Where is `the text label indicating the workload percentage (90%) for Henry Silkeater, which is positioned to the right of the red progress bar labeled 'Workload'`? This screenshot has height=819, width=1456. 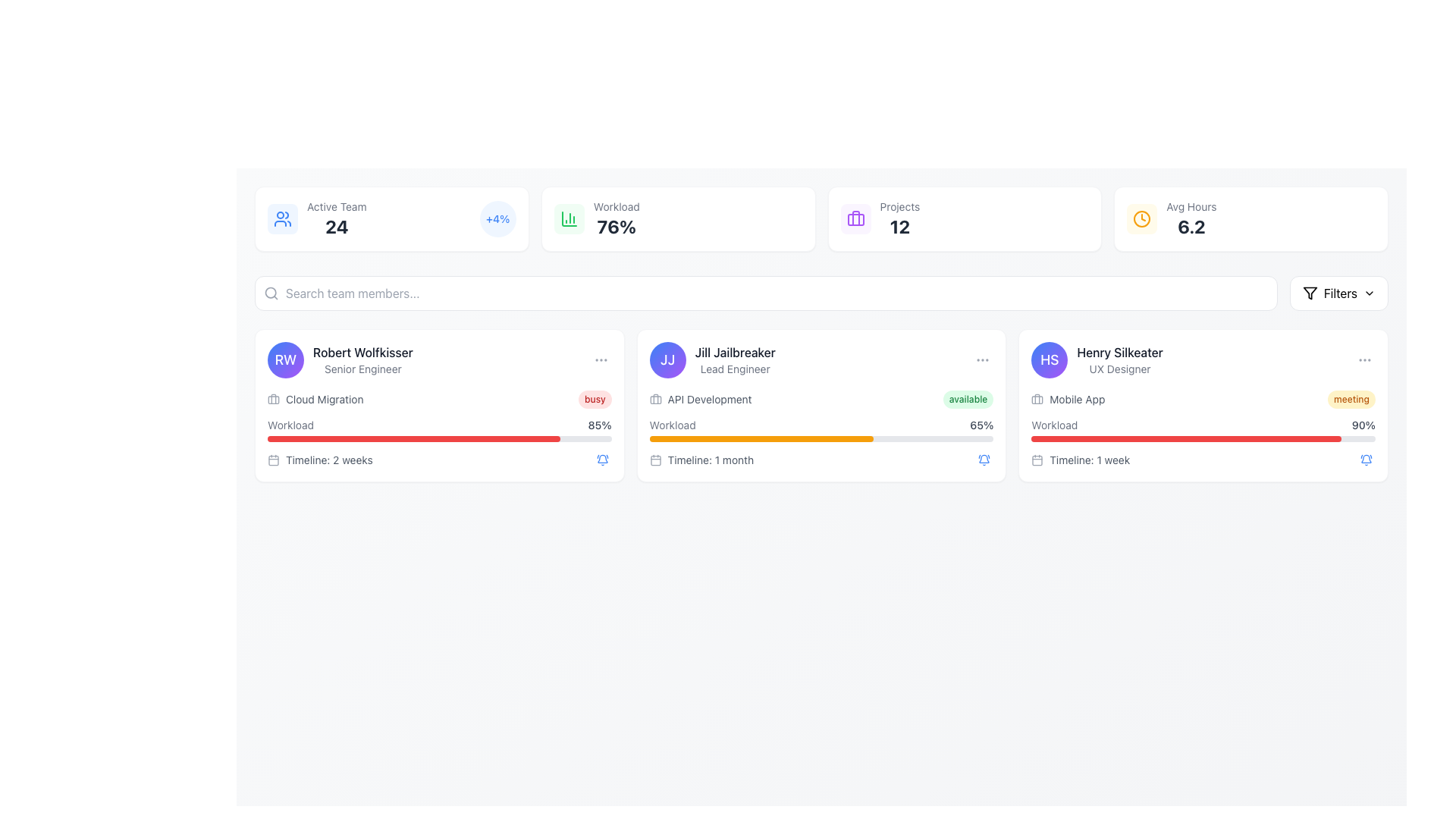 the text label indicating the workload percentage (90%) for Henry Silkeater, which is positioned to the right of the red progress bar labeled 'Workload' is located at coordinates (1363, 425).